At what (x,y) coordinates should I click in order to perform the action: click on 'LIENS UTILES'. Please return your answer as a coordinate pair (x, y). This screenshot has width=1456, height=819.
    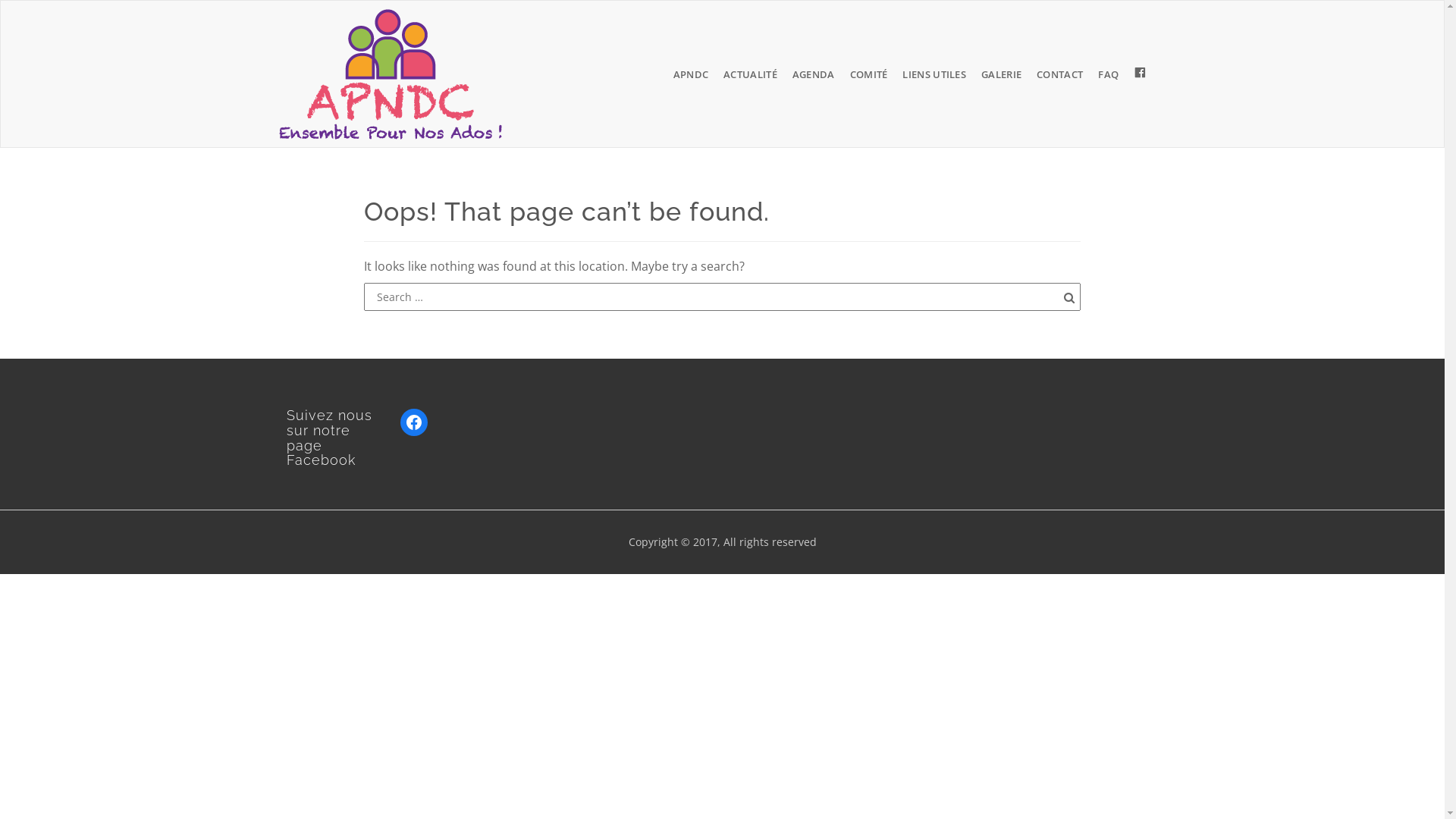
    Looking at the image, I should click on (934, 74).